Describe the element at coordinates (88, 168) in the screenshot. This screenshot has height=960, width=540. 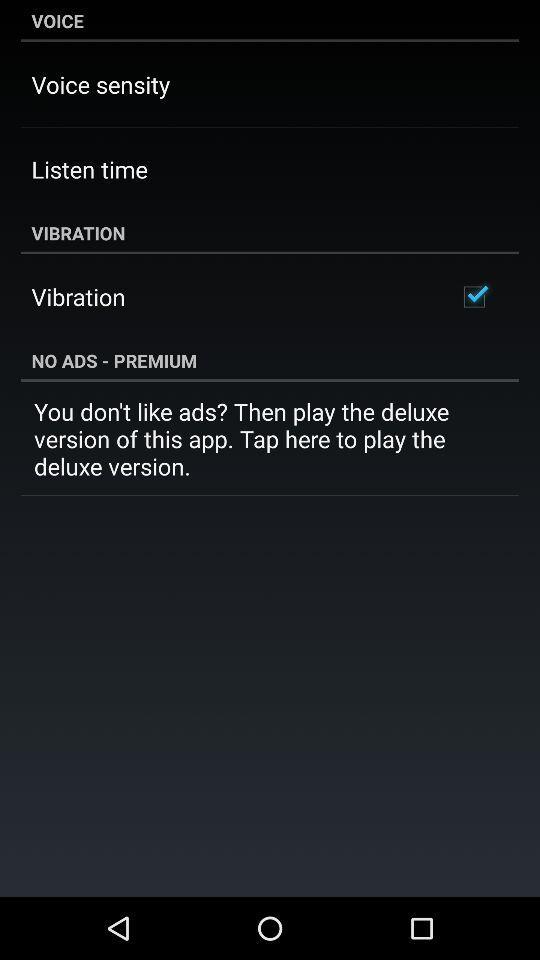
I see `item above vibration` at that location.